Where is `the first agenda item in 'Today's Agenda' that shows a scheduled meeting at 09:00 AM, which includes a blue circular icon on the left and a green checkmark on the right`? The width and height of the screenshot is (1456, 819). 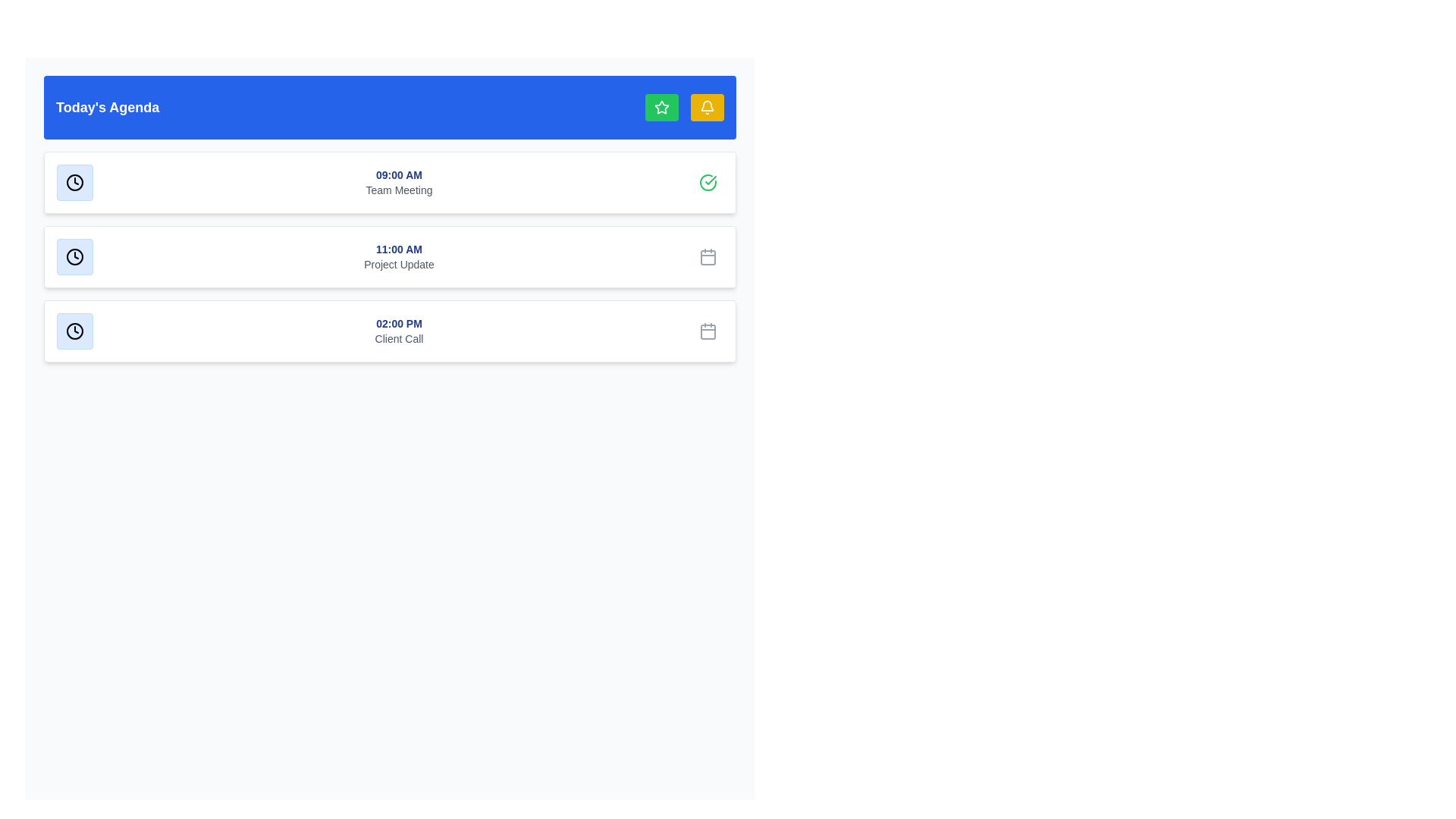
the first agenda item in 'Today's Agenda' that shows a scheduled meeting at 09:00 AM, which includes a blue circular icon on the left and a green checkmark on the right is located at coordinates (390, 181).